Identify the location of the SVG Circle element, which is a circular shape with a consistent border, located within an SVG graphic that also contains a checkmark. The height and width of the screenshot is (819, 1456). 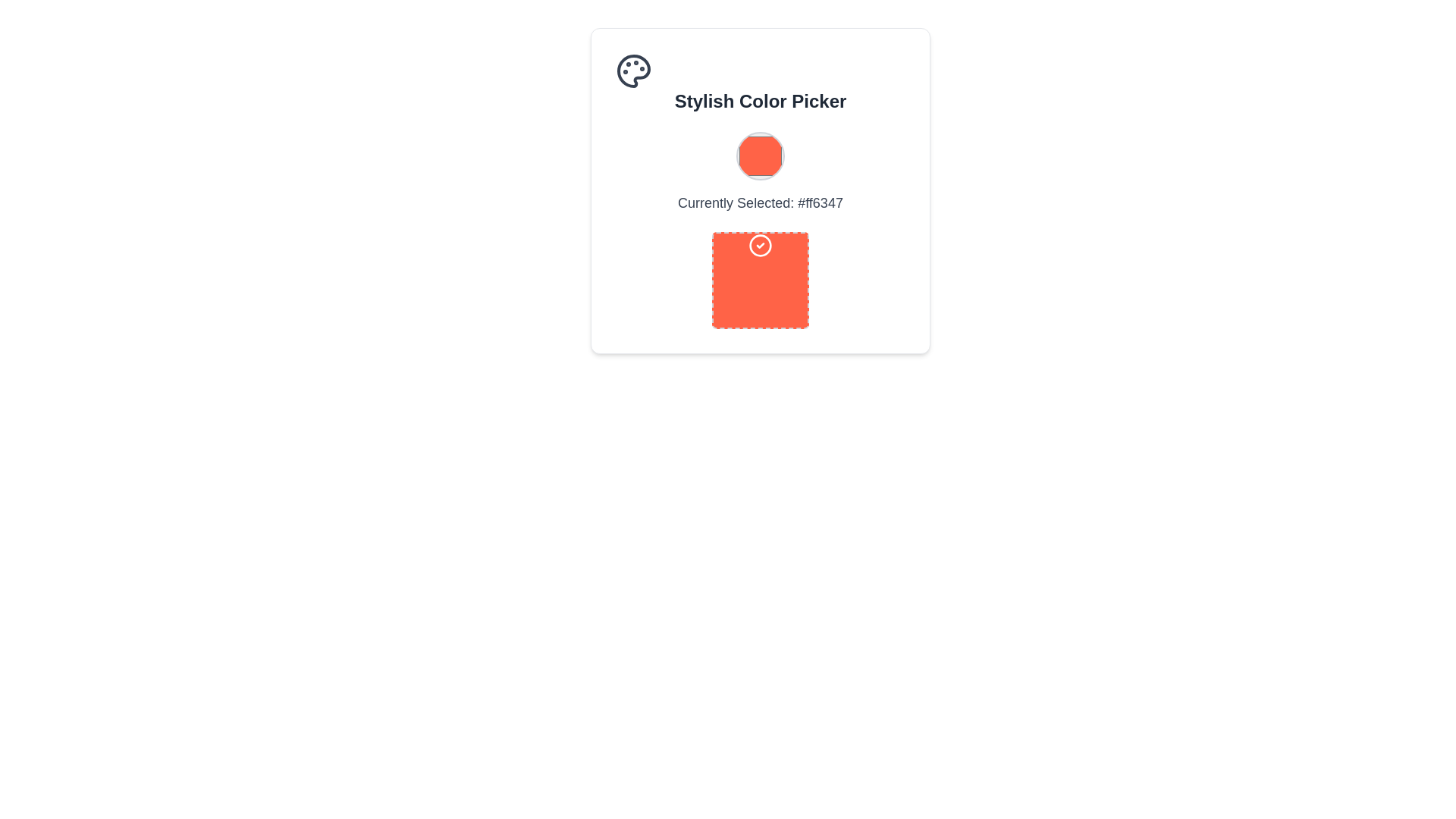
(761, 245).